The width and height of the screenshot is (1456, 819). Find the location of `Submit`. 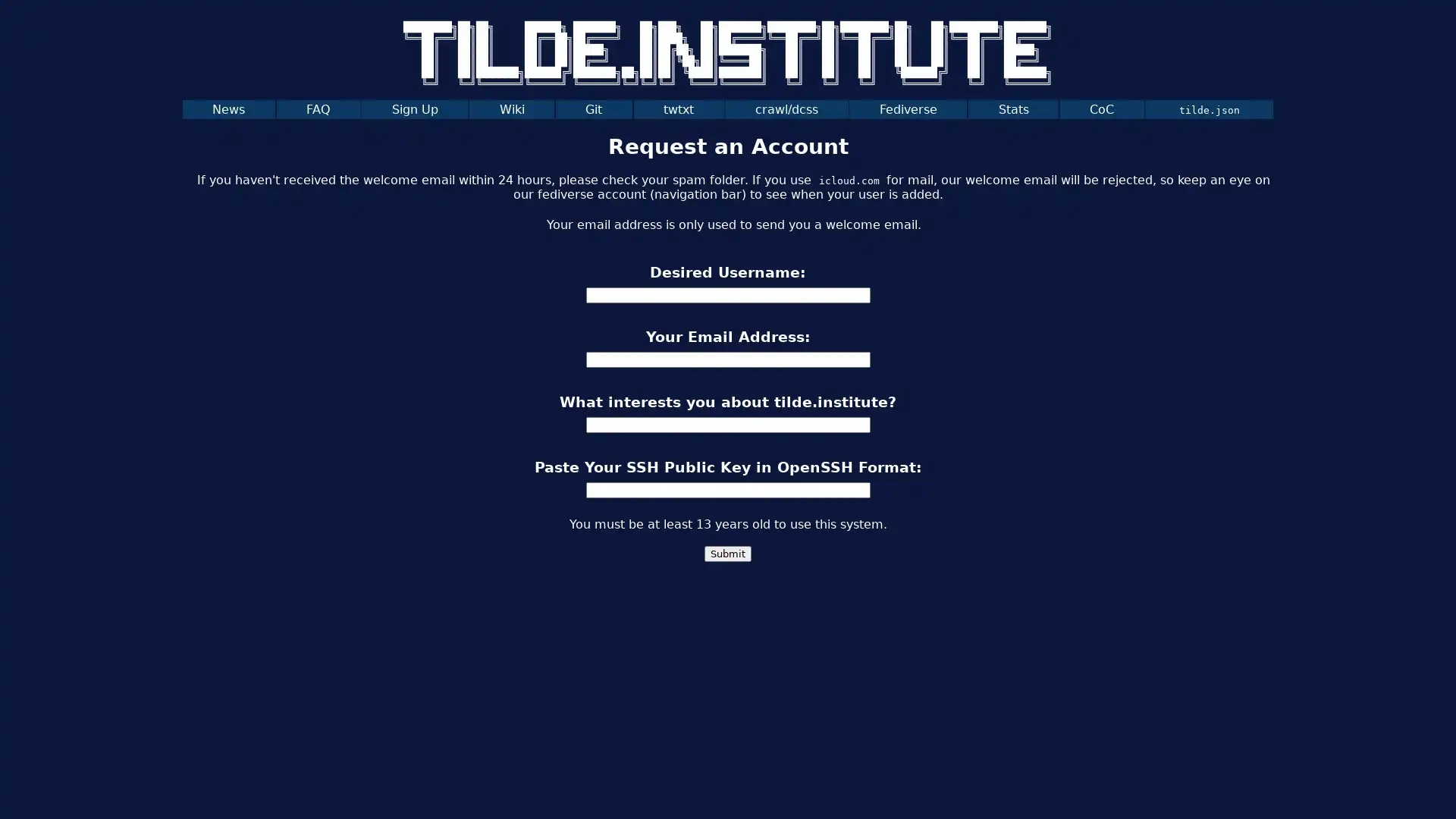

Submit is located at coordinates (728, 554).